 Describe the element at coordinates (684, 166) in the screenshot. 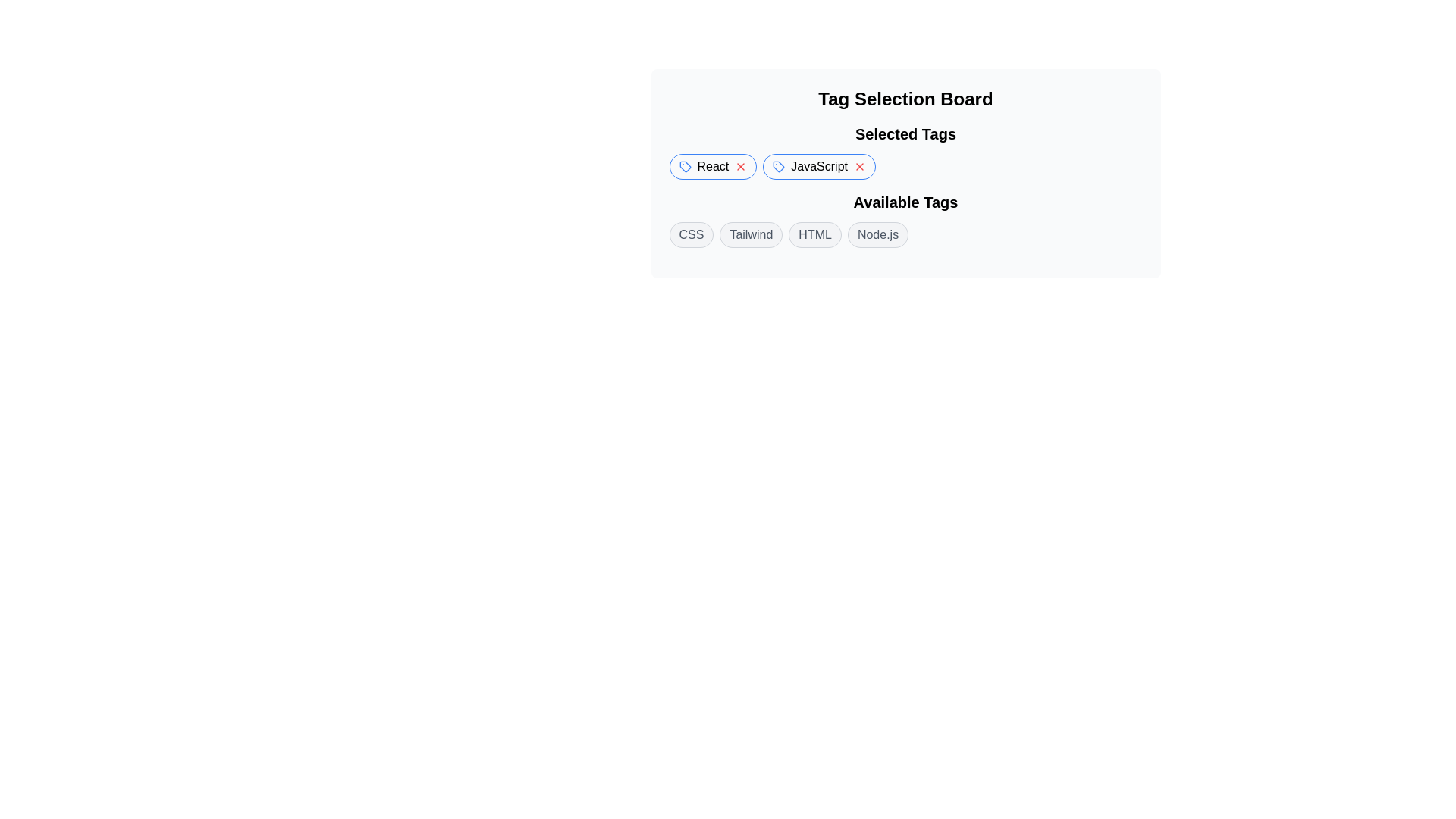

I see `the icon indicating that the 'React' tag is selected, which is located within the 'Selected Tags' section in the top-left of the board` at that location.